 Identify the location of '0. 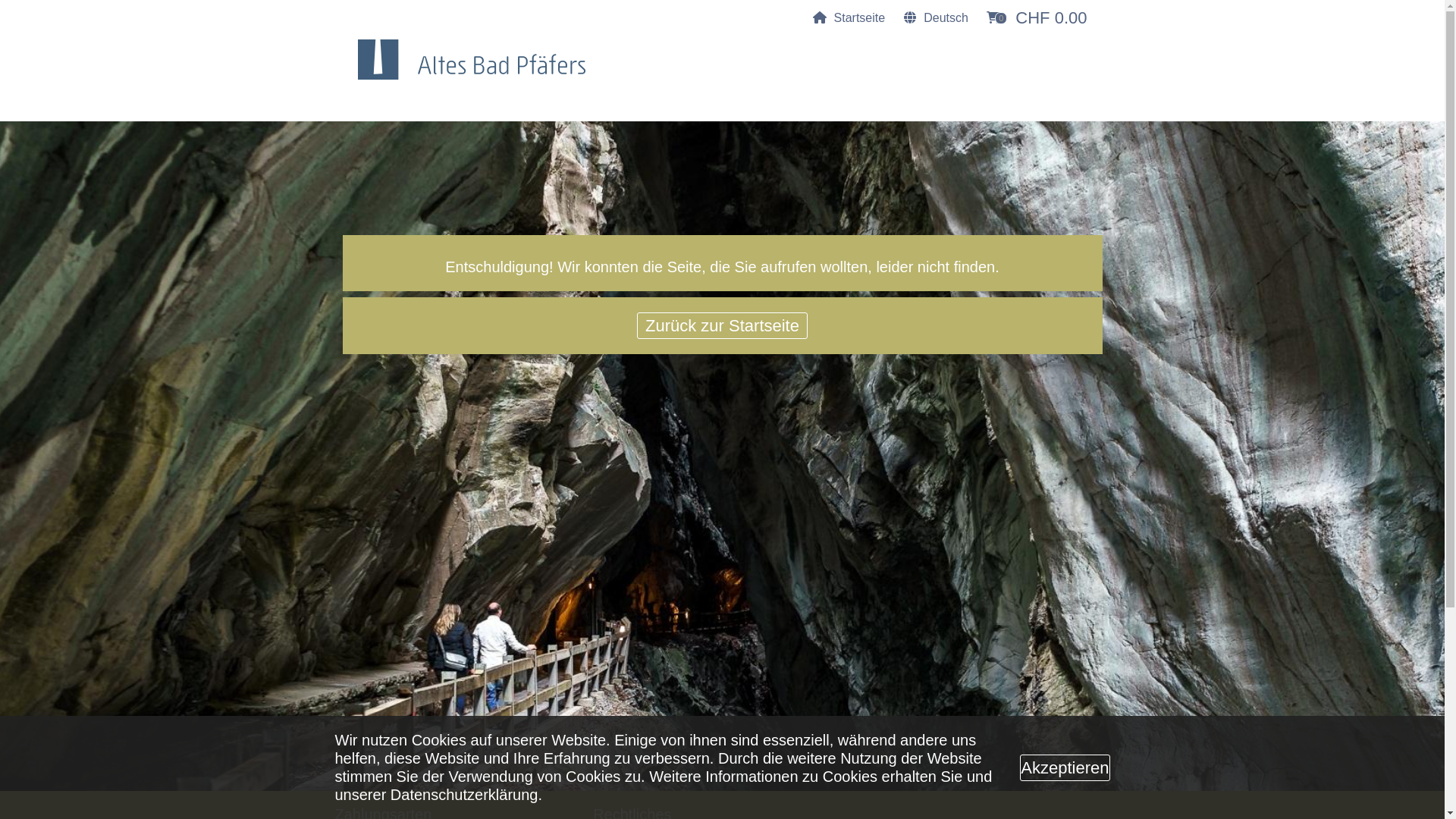
(1036, 17).